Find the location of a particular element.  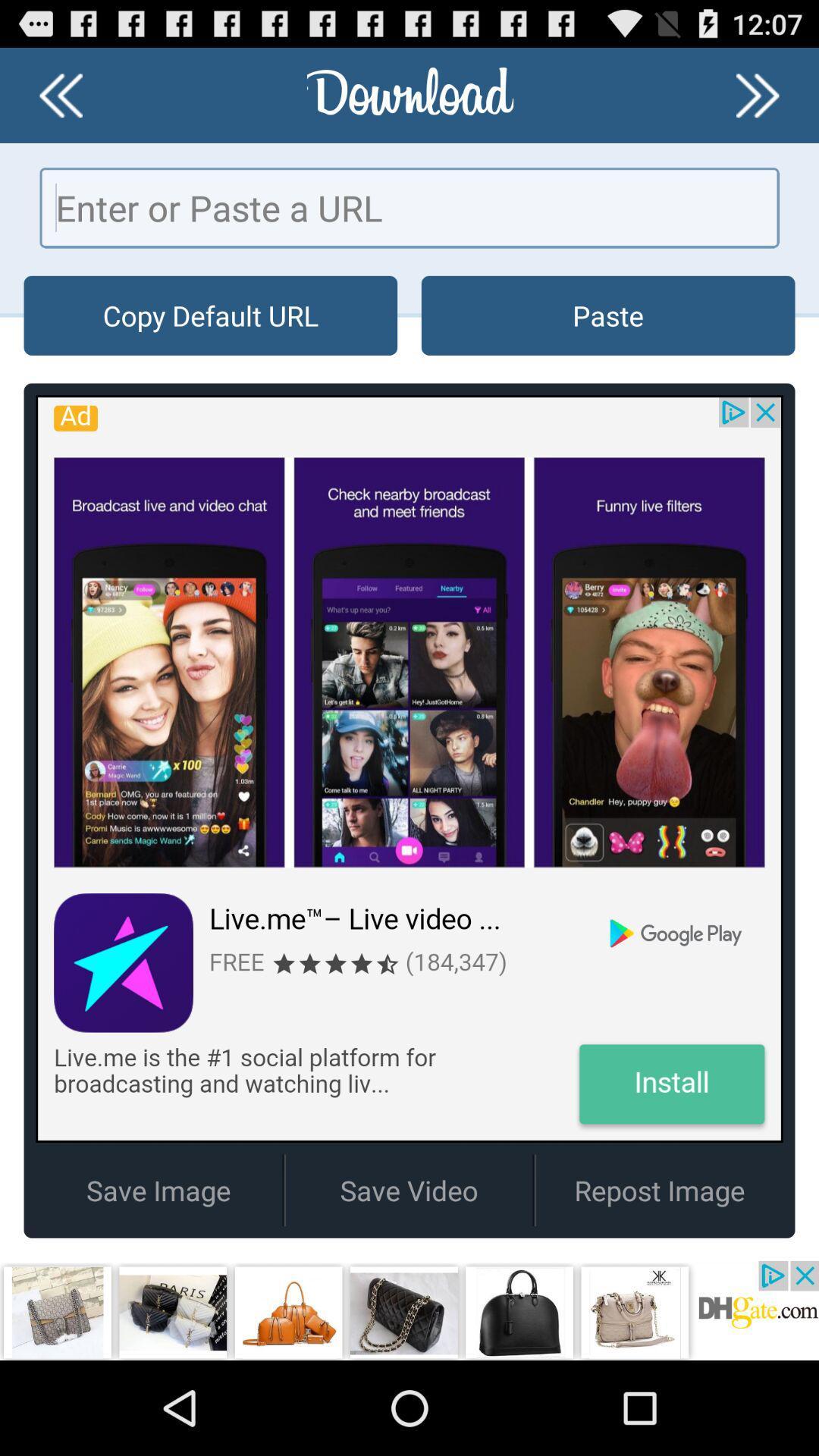

opens an advertisement is located at coordinates (409, 1310).